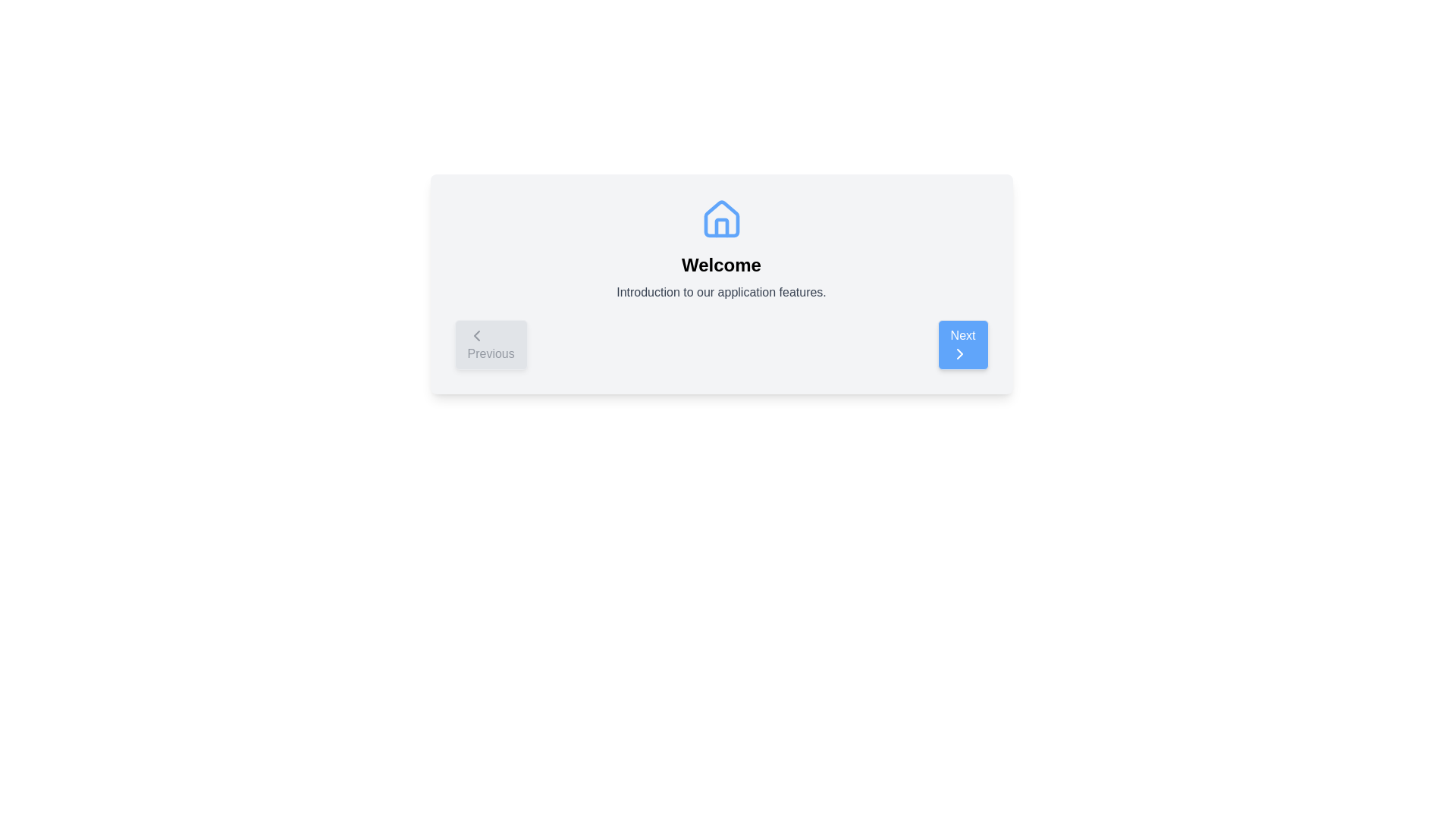 The image size is (1456, 819). I want to click on the header text that prominently welcomes users to the application, positioned below the house icon and above the descriptive text 'Introduction to our application features.', so click(720, 265).